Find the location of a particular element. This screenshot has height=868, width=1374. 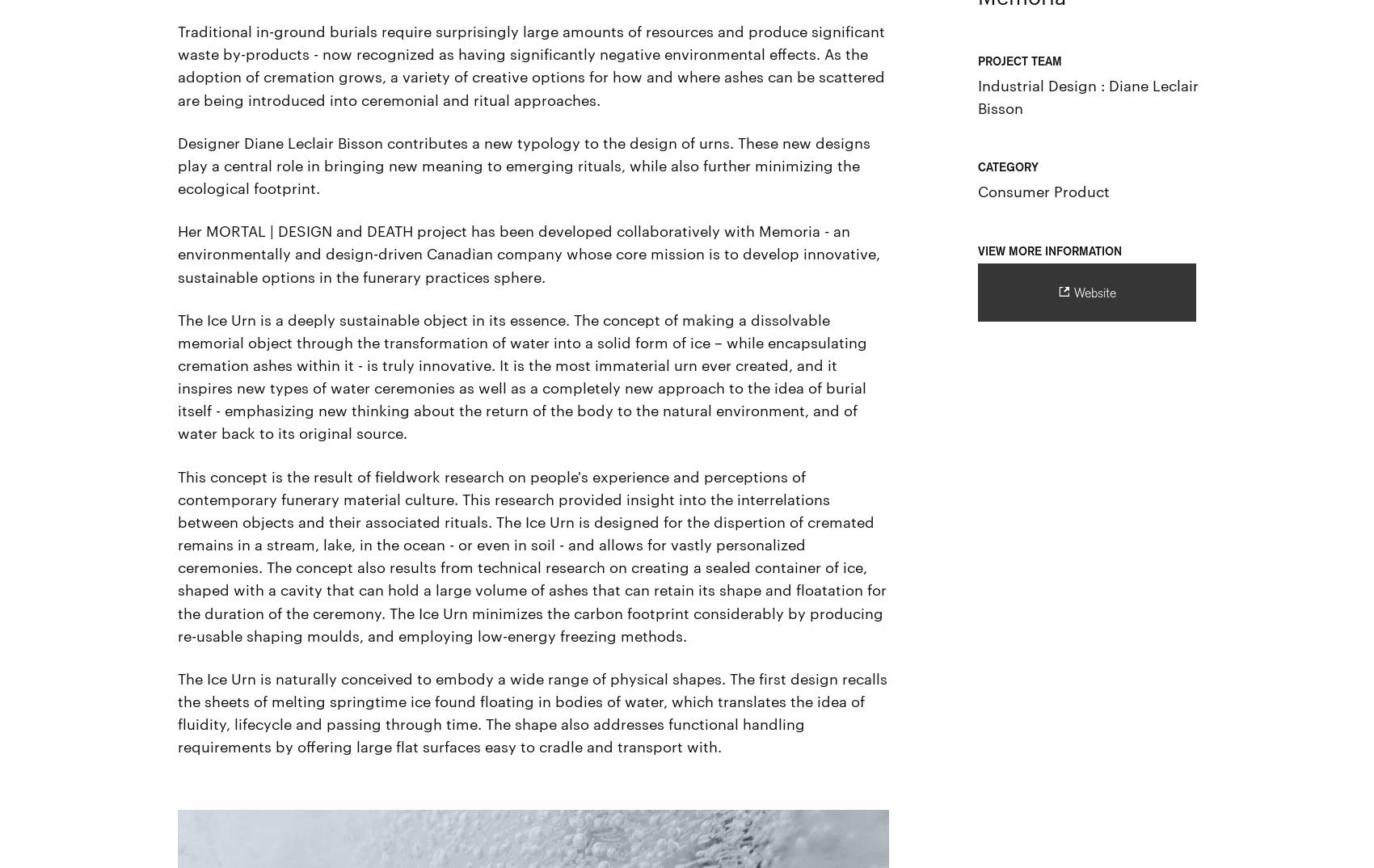

'The Ice Urn is naturally conceived to embody a wide range of physical shapes. The first design recalls the sheets of melting springtime ice found floating in bodies of water, which translates the idea of fluidity, lifecycle and passing through time. The shape also addresses functional handling requirements by offering large flat surfaces easy to cradle and transport with.' is located at coordinates (534, 710).